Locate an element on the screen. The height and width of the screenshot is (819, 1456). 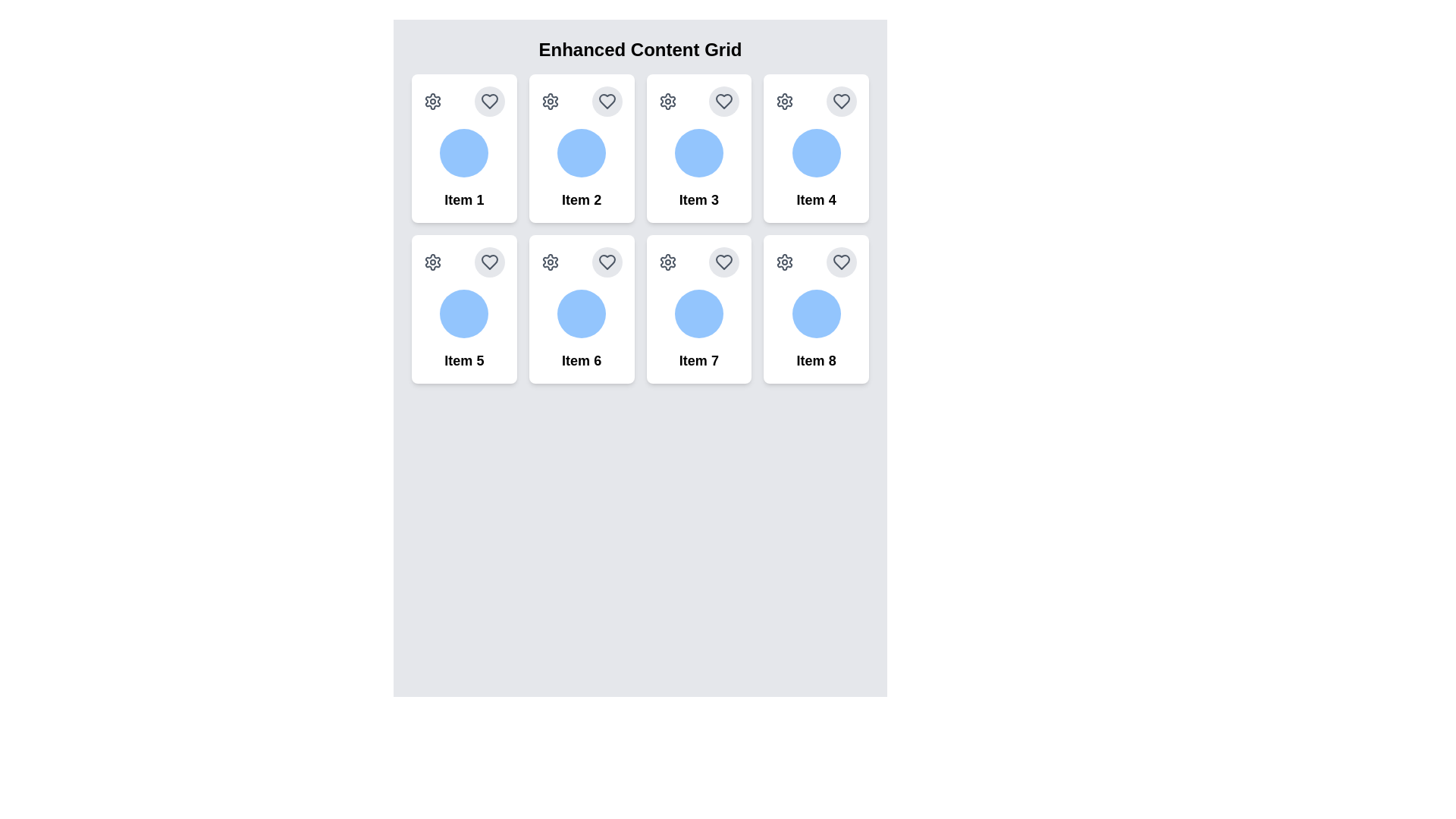
the gear icon located in the top-left corner of the card labeled 'Item 2' is located at coordinates (549, 102).